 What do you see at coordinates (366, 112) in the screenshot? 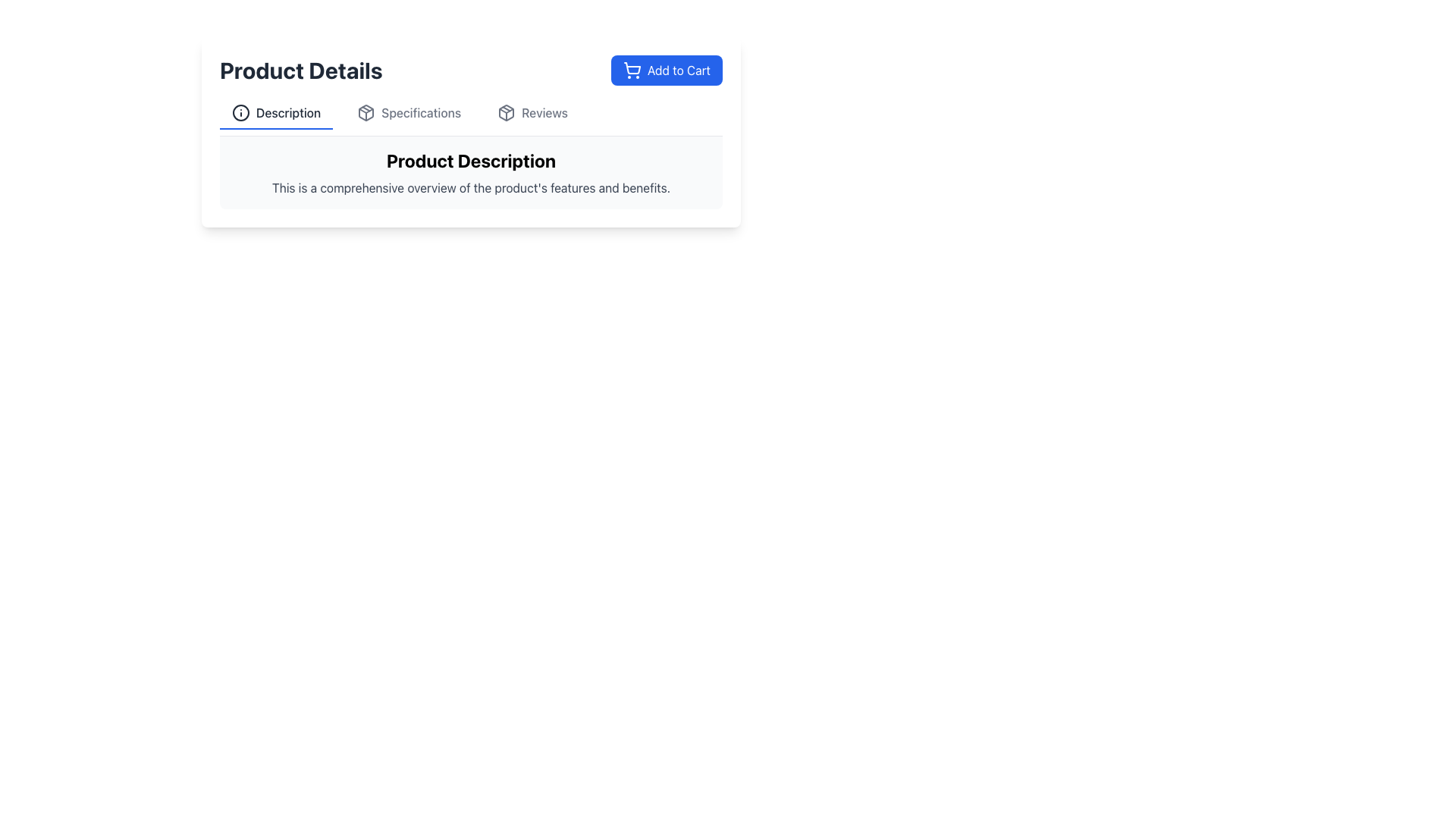
I see `the icon representing the 'Specifications' tab, which is located to the right of the 'Description' label in the horizontal navigation bar` at bounding box center [366, 112].